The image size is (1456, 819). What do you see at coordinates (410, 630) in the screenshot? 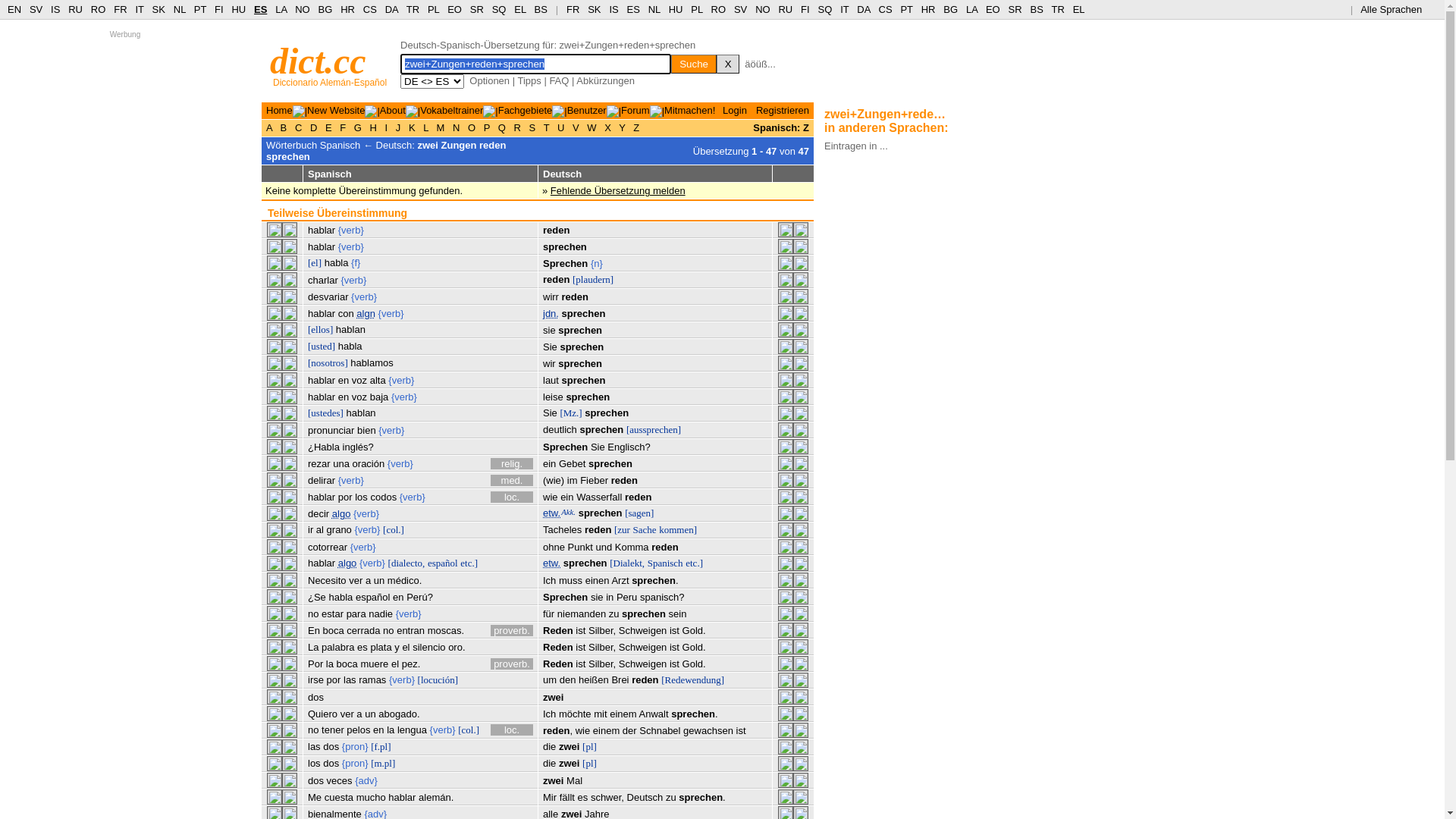
I see `'entran'` at bounding box center [410, 630].